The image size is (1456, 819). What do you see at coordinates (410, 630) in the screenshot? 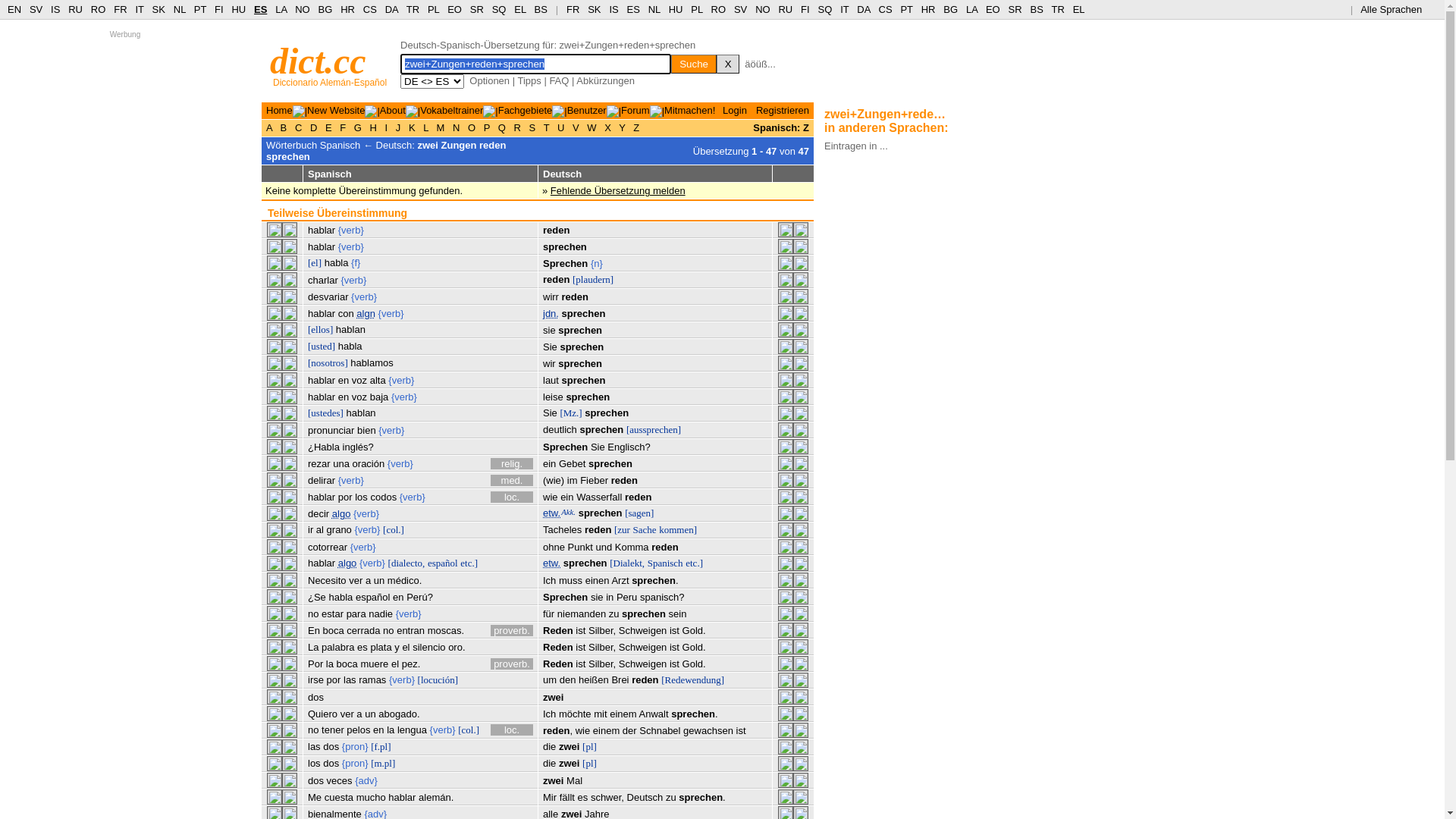
I see `'entran'` at bounding box center [410, 630].